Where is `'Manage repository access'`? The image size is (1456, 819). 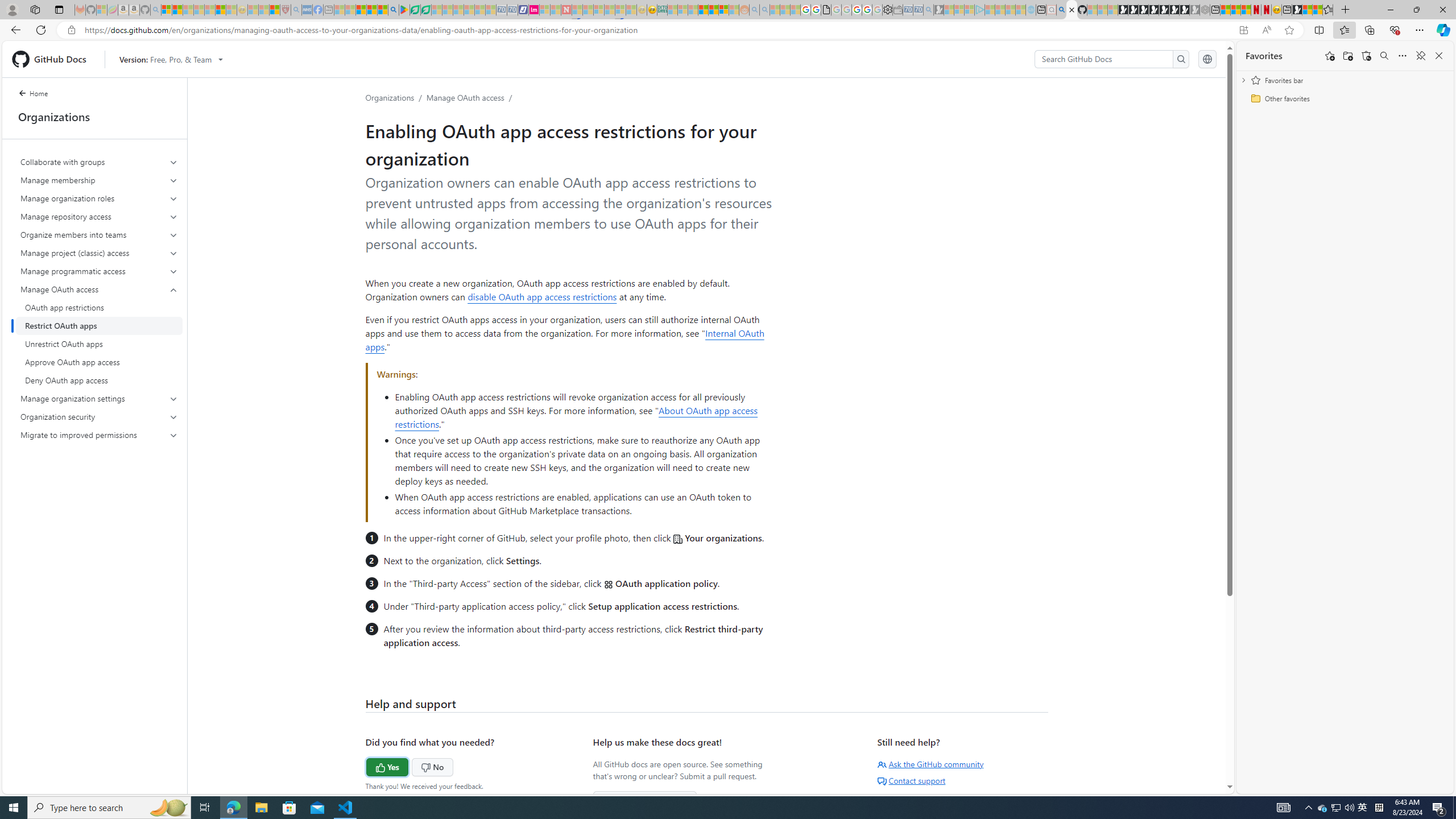 'Manage repository access' is located at coordinates (99, 216).